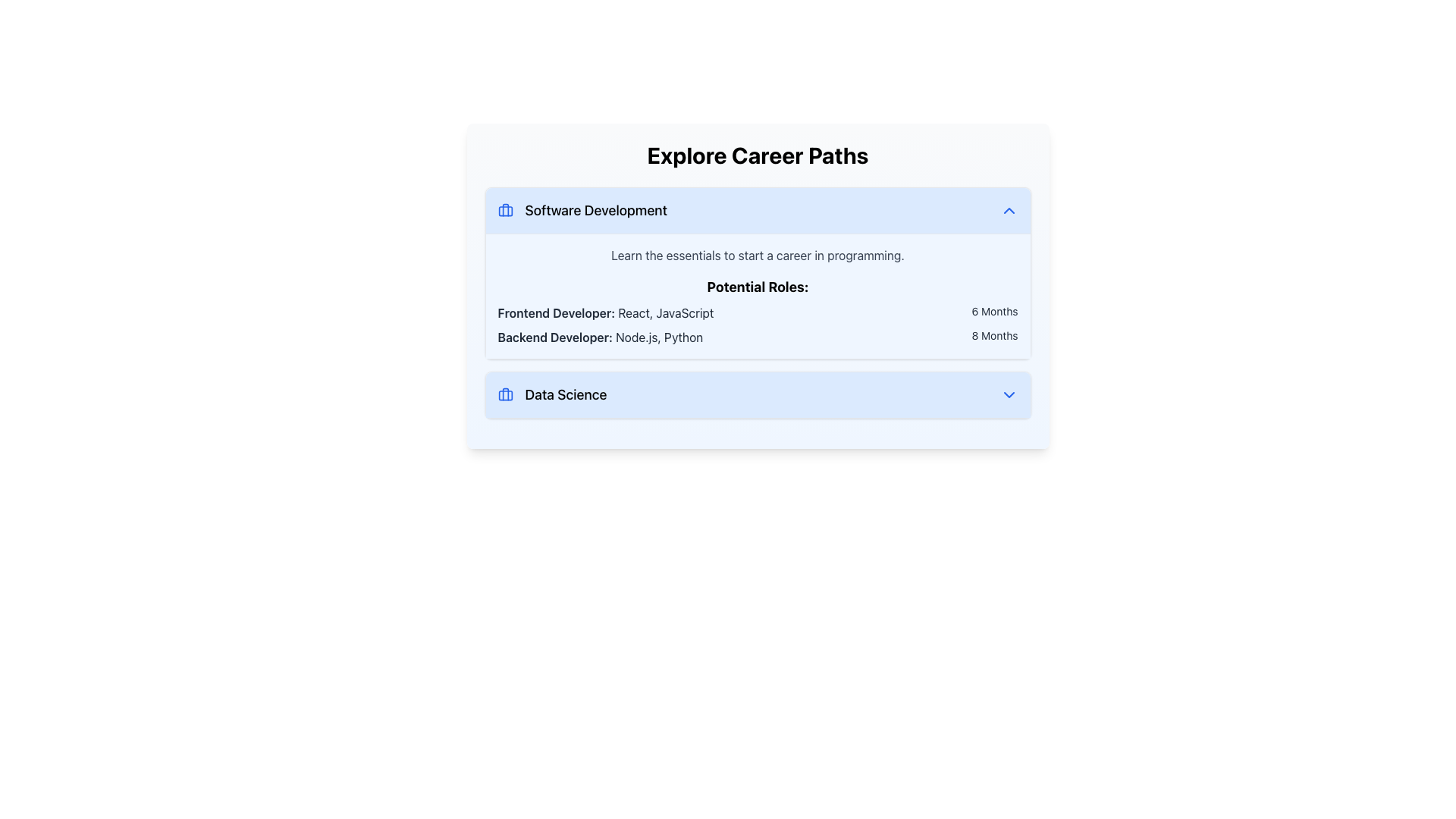  I want to click on the first list item in the 'Potential Roles' section that describes the 'Frontend Developer' job role to interact with it, so click(758, 312).